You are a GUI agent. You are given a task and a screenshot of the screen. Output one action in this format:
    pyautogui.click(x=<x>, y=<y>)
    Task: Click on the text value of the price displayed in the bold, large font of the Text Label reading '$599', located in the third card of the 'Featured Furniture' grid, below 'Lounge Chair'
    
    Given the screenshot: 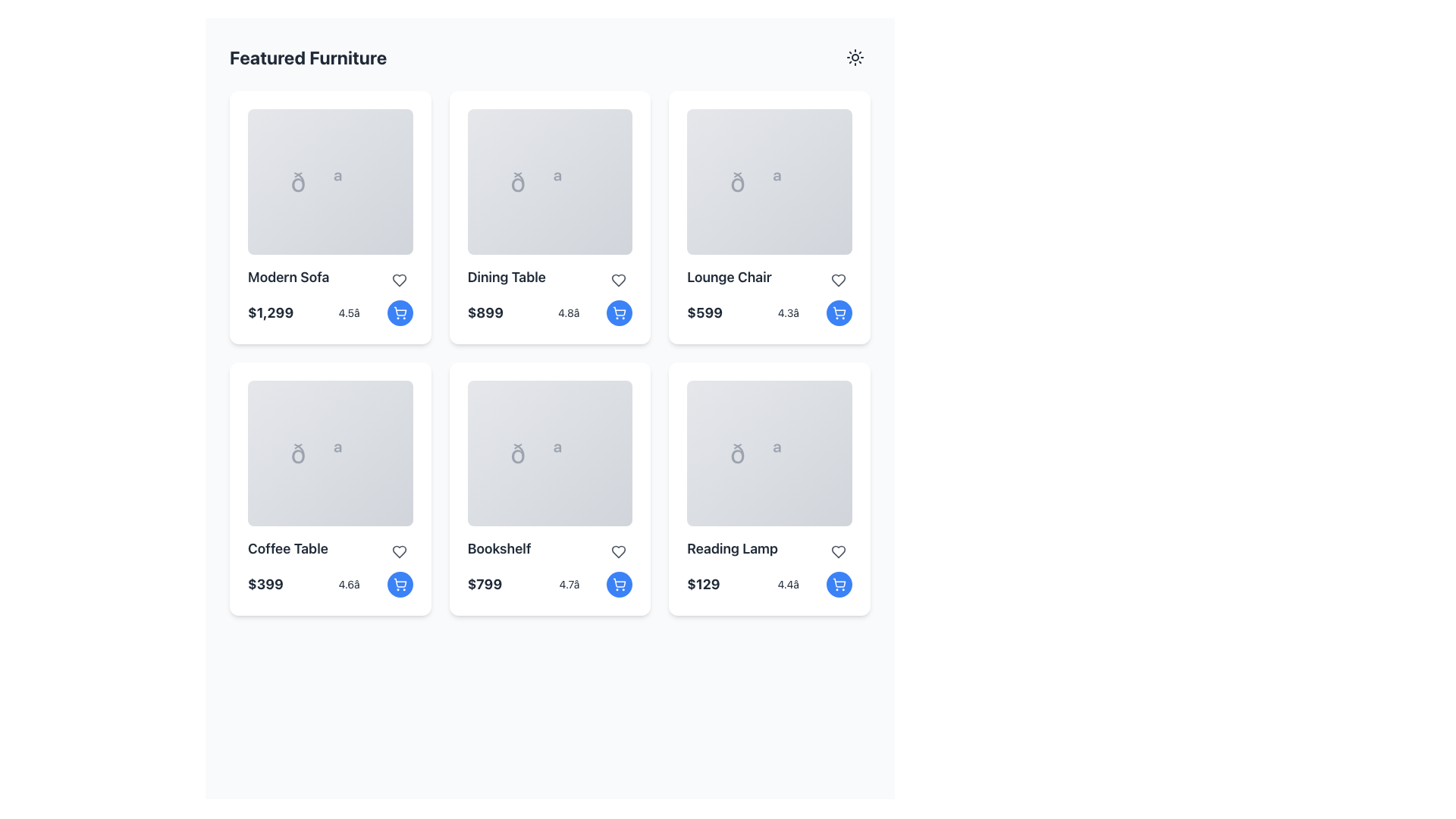 What is the action you would take?
    pyautogui.click(x=704, y=312)
    